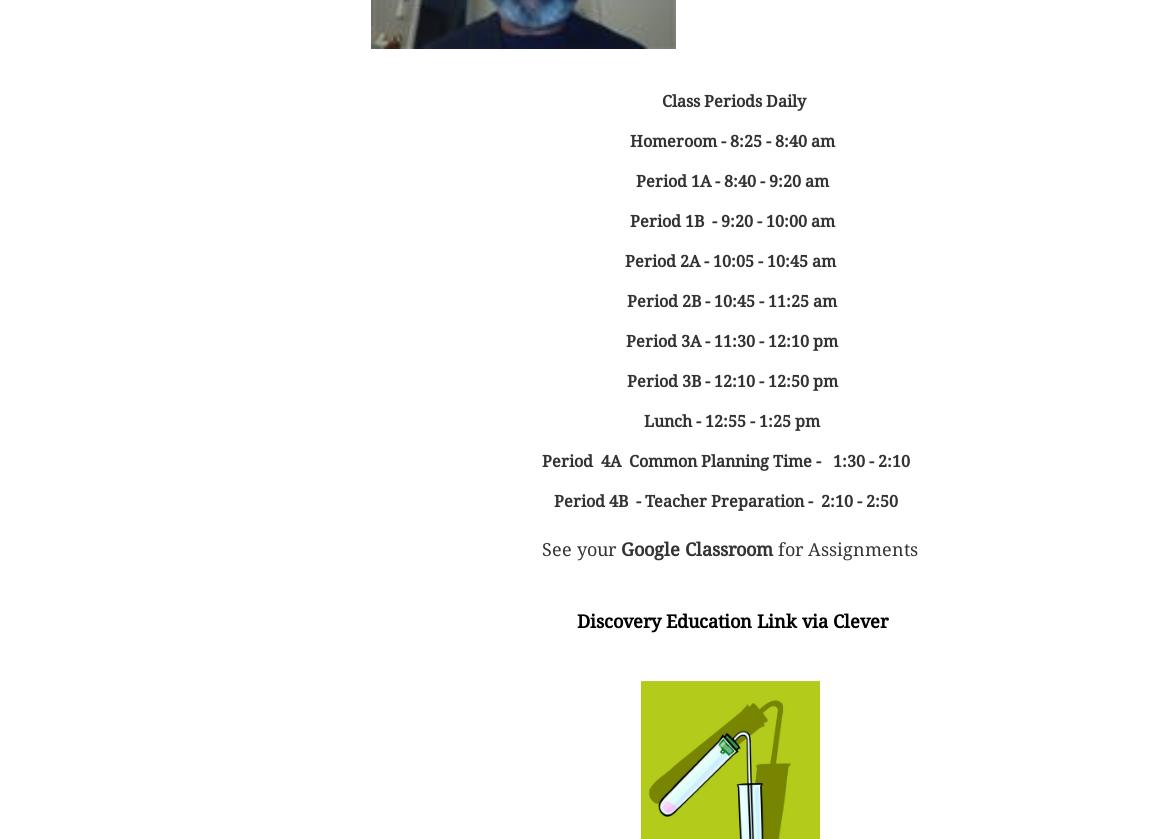 This screenshot has height=839, width=1149. I want to click on 'Google Classroom', so click(695, 548).